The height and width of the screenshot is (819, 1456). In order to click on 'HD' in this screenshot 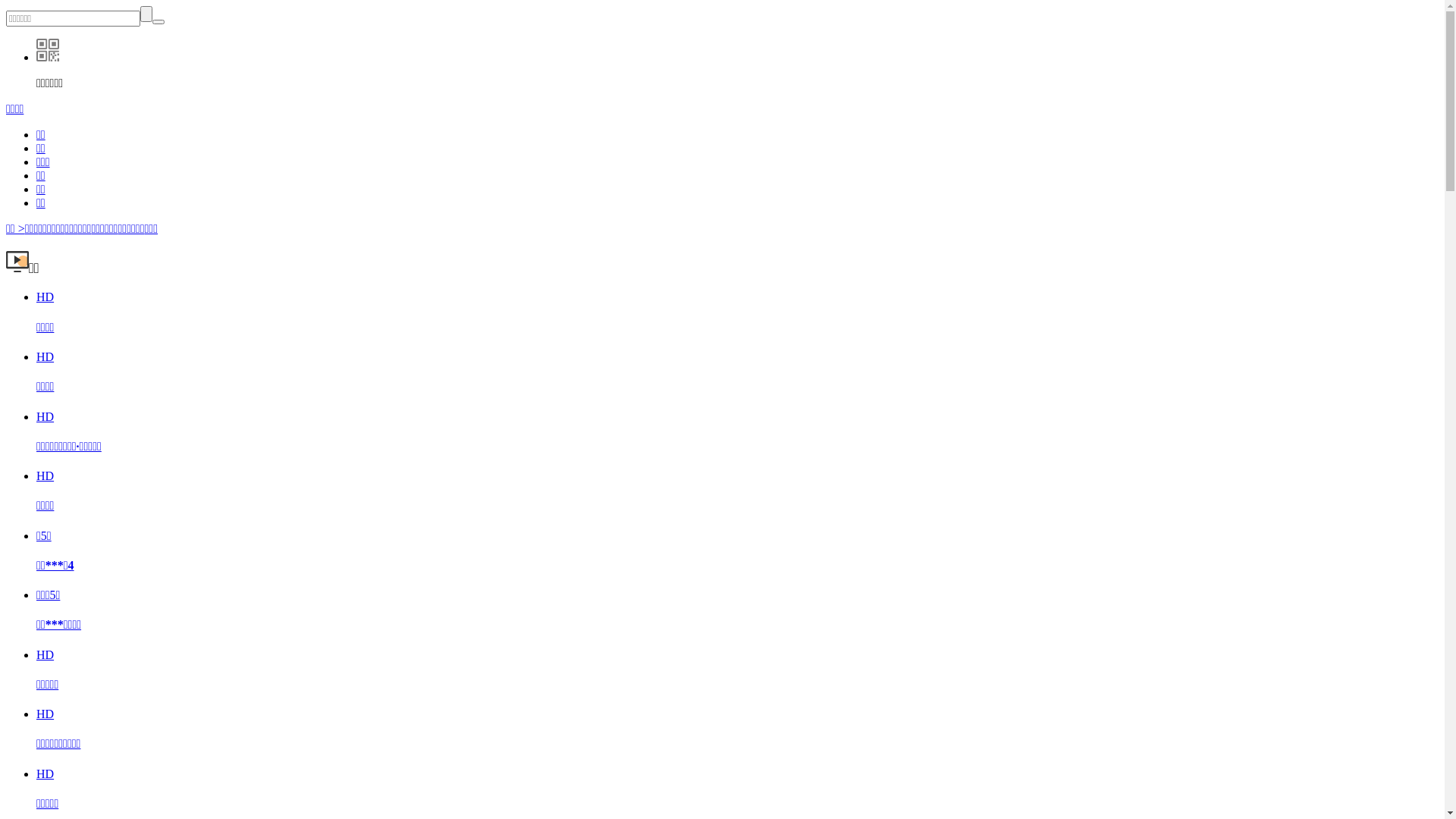, I will do `click(45, 416)`.